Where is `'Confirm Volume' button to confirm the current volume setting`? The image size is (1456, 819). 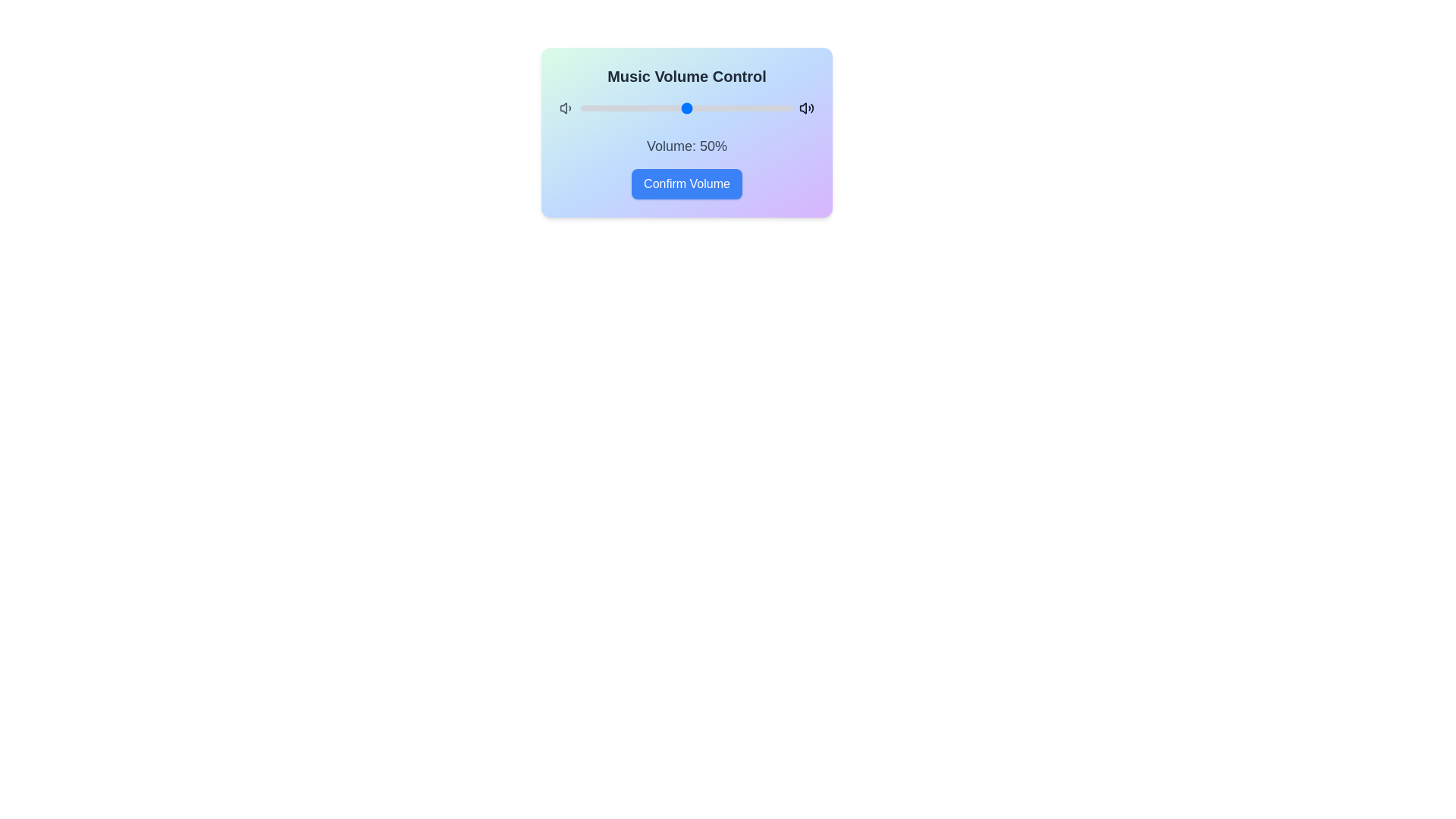 'Confirm Volume' button to confirm the current volume setting is located at coordinates (686, 184).